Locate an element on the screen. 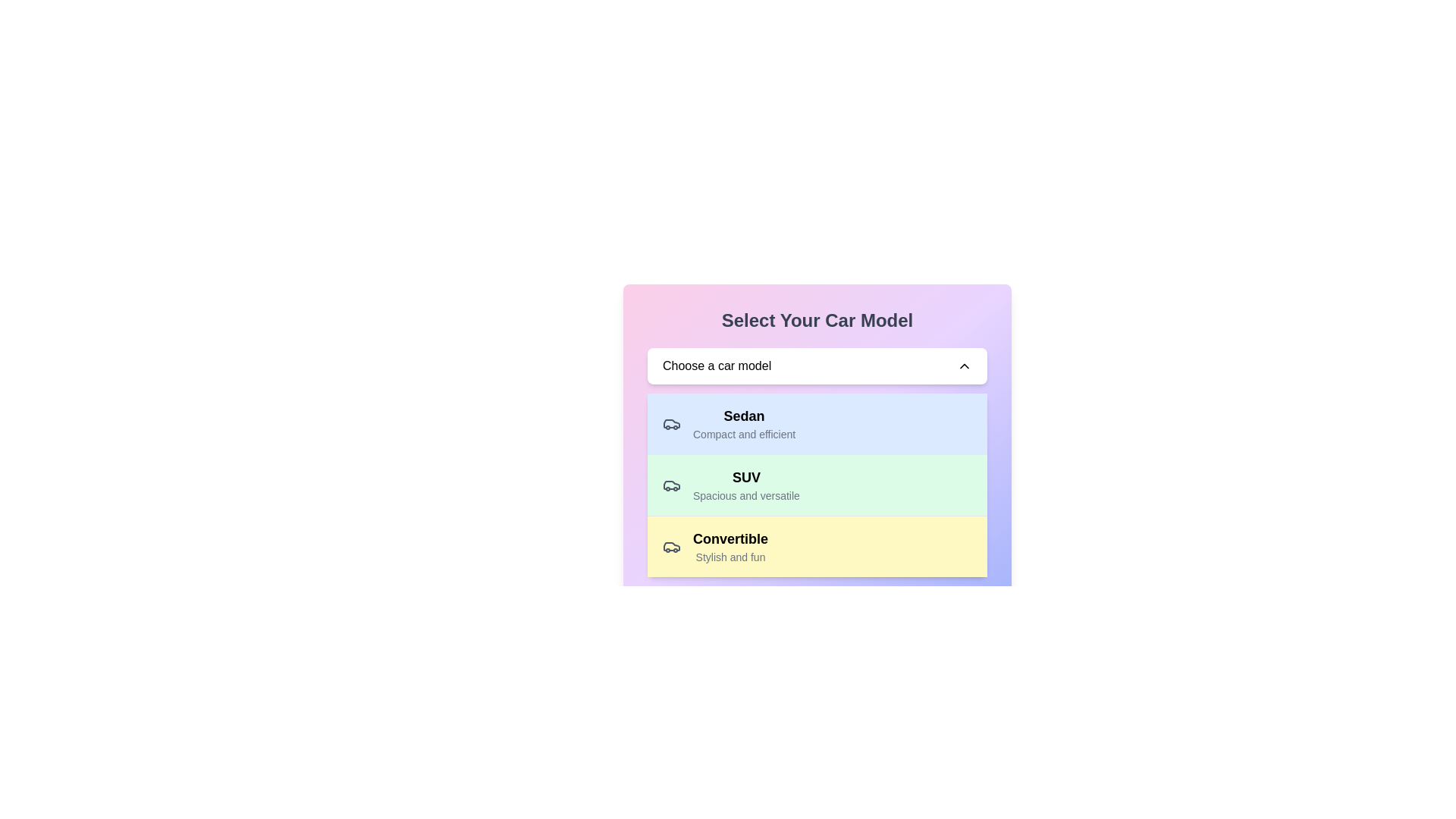  the 'Sedan' text label, which is styled in bold and larger font on a light blue background, located above the description 'Compact and efficient' is located at coordinates (744, 416).